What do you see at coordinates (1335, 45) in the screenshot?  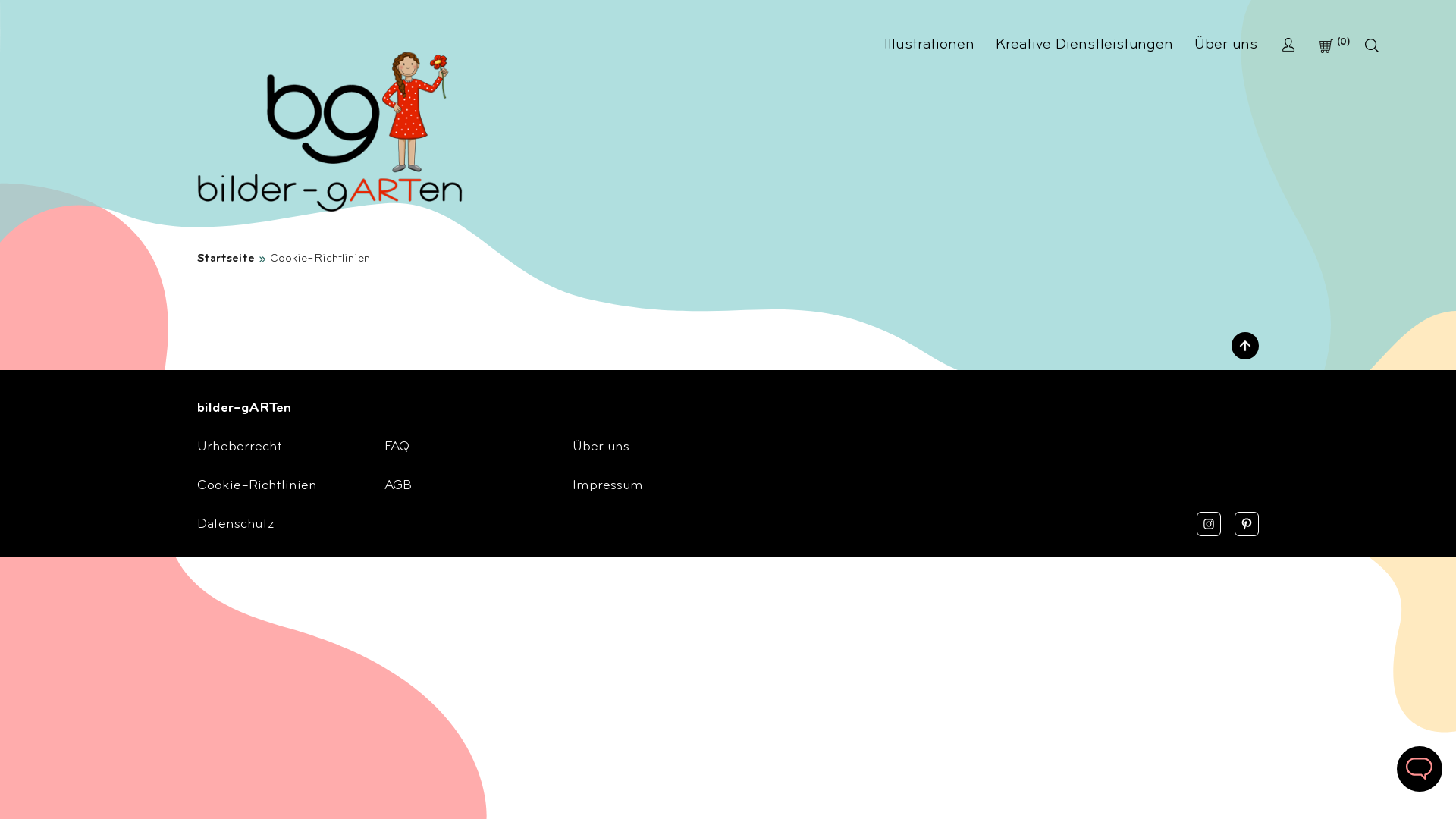 I see `'0'` at bounding box center [1335, 45].